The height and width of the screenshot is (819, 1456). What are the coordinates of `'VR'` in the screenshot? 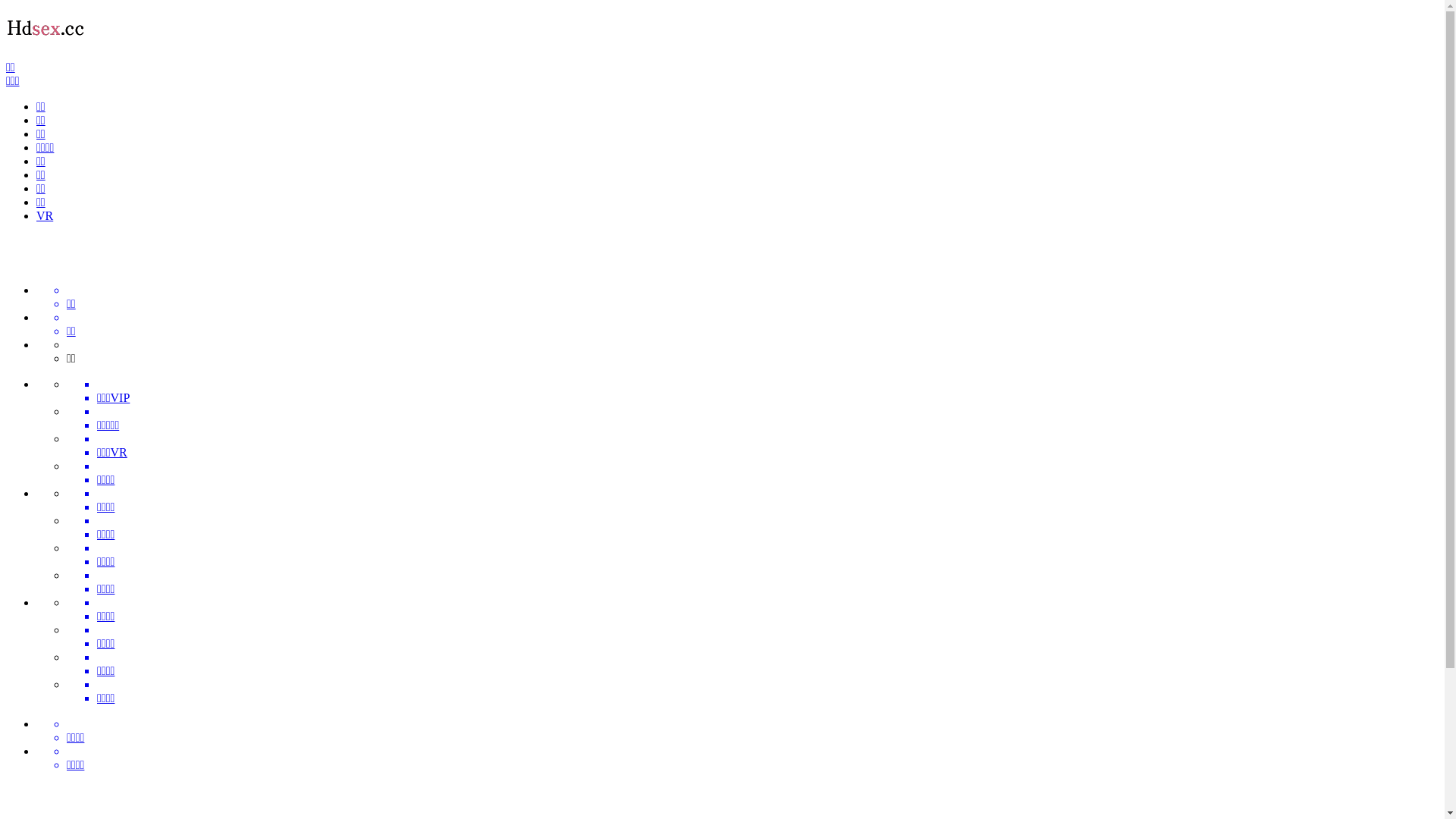 It's located at (36, 215).